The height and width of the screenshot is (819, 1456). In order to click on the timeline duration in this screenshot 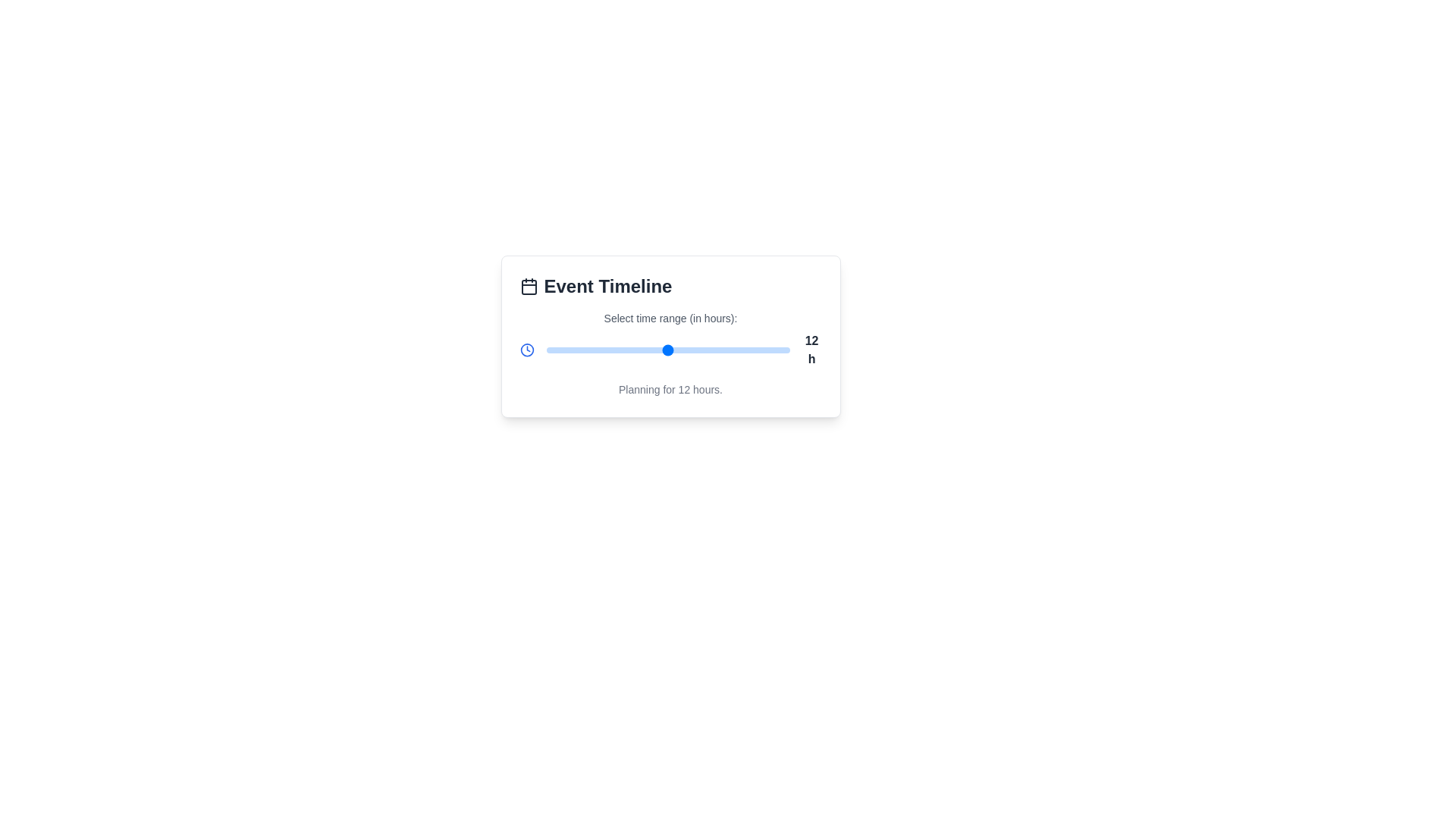, I will do `click(718, 350)`.